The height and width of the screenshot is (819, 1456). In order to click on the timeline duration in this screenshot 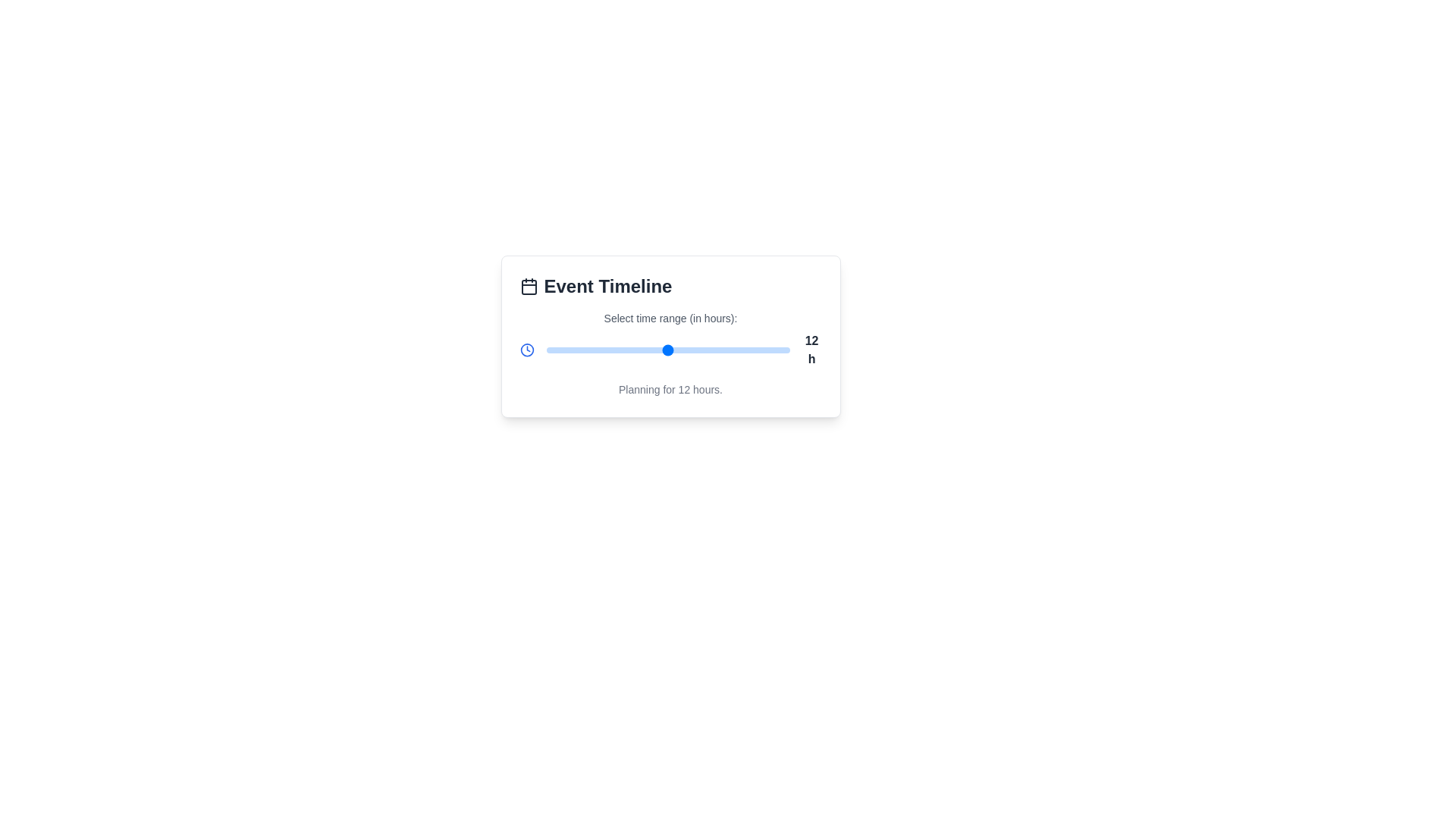, I will do `click(718, 350)`.